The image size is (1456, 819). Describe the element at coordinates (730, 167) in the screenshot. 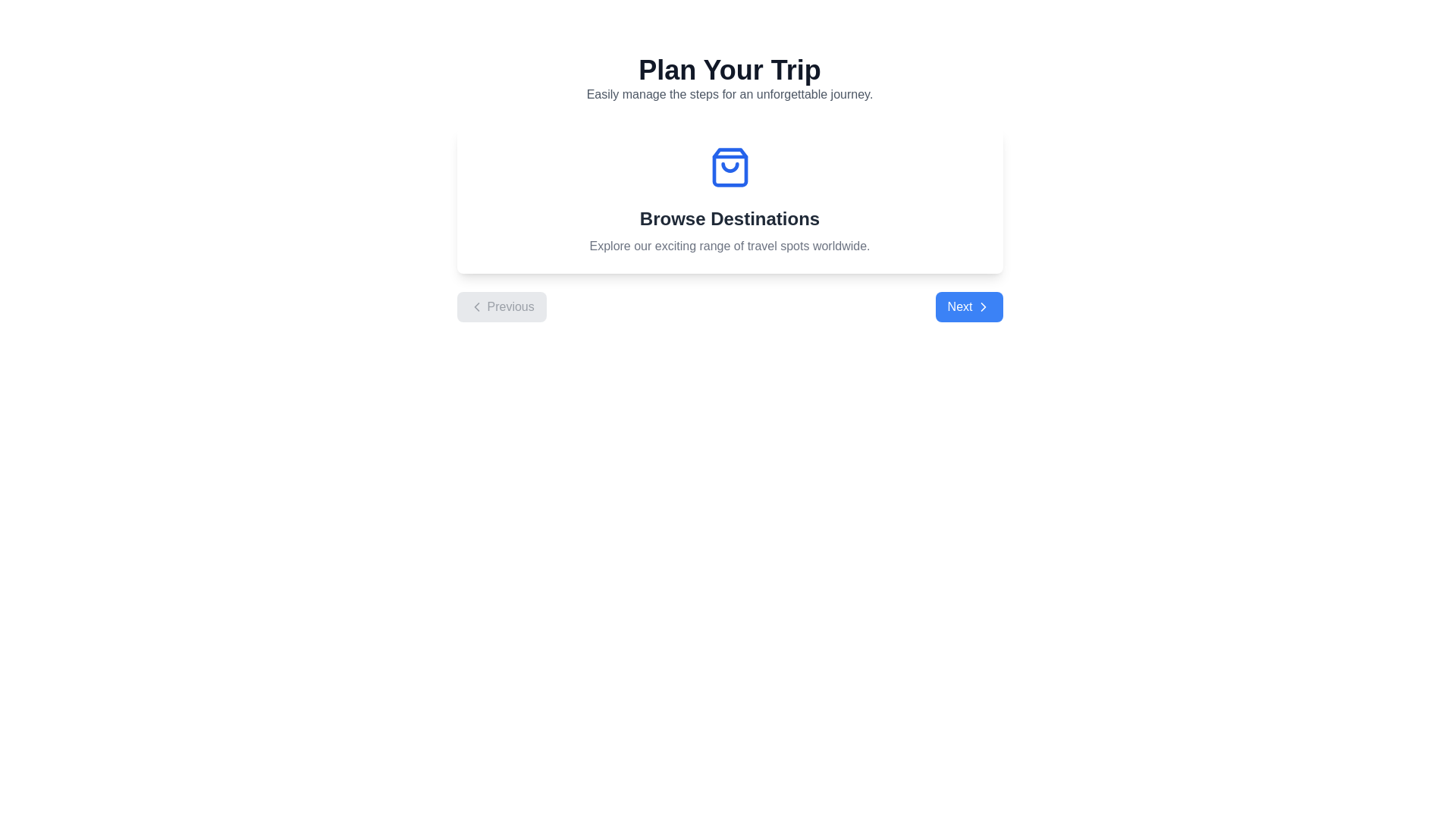

I see `the decorative icon that serves as an introductory graphic for the 'Browse Destinations' section` at that location.